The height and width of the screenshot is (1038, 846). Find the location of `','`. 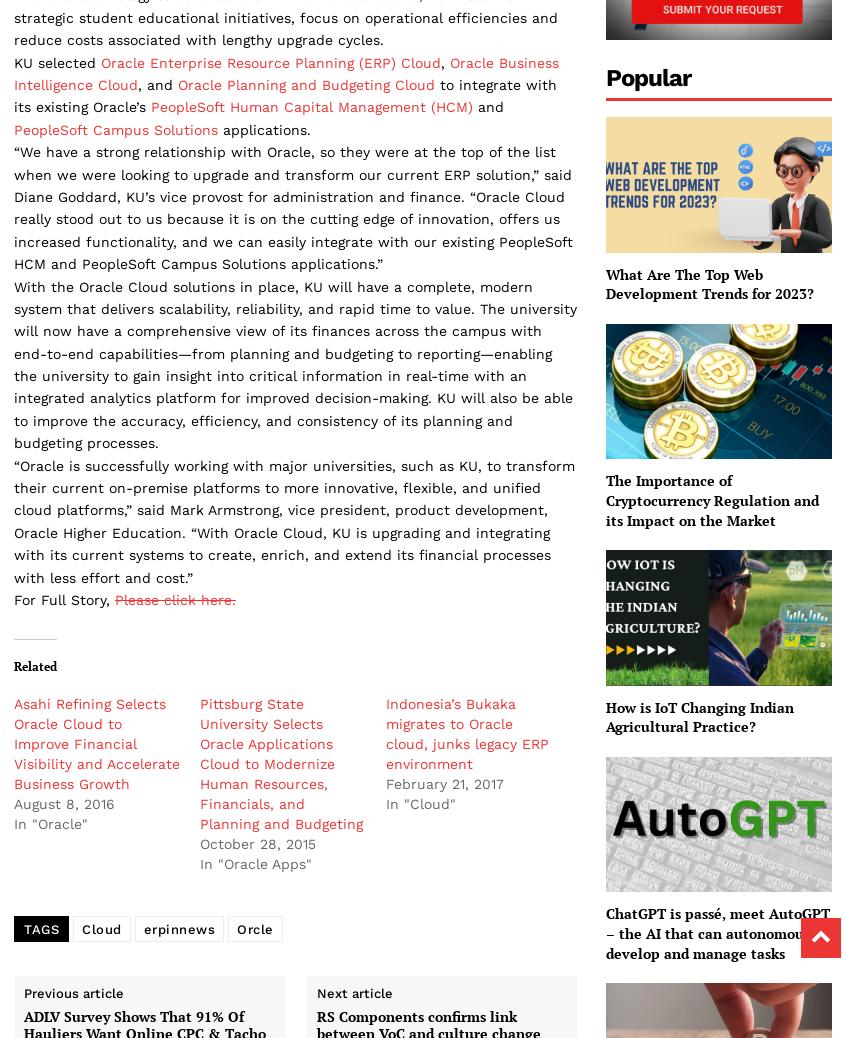

',' is located at coordinates (444, 60).